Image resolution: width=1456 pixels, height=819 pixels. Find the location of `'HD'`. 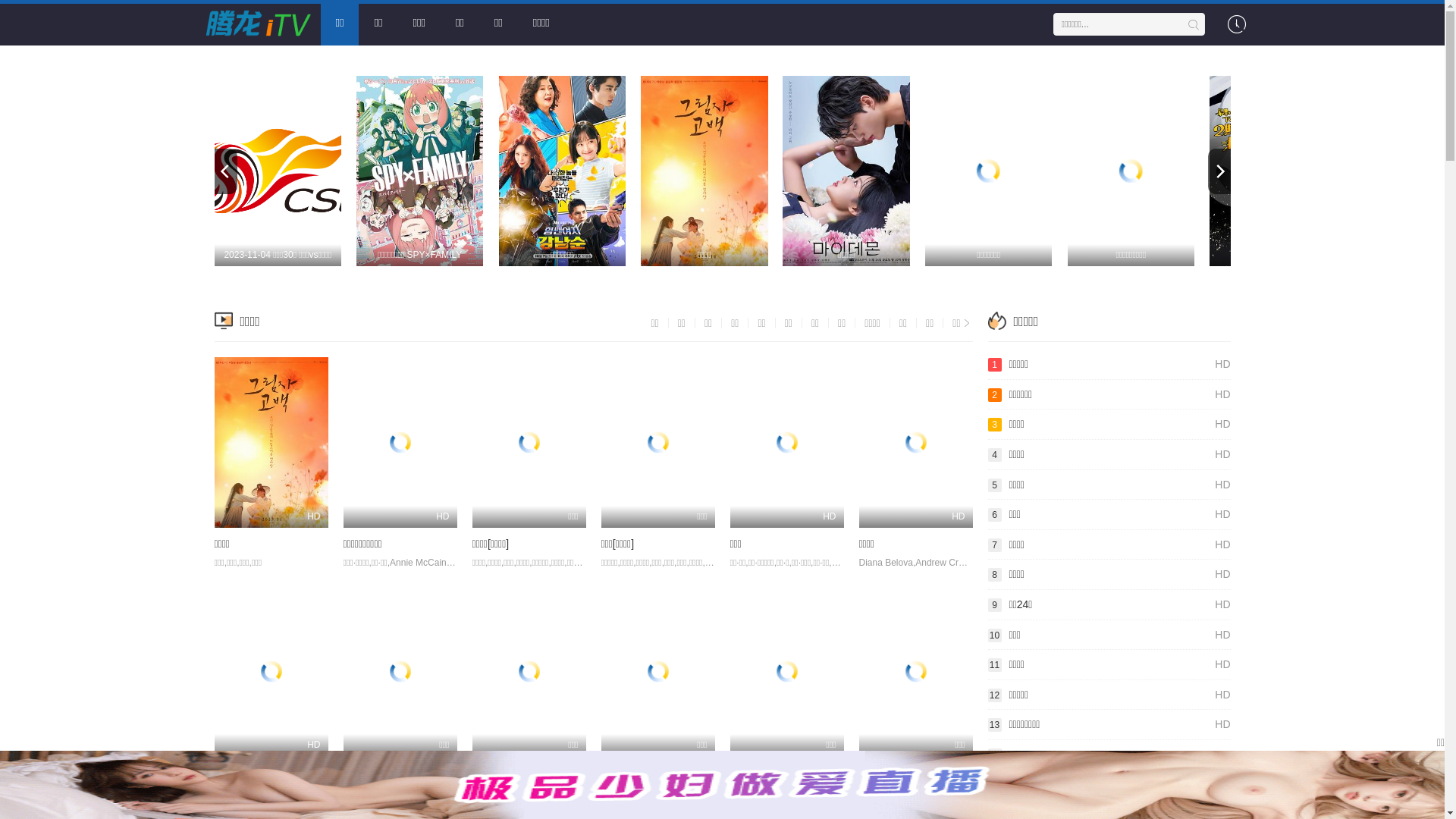

'HD' is located at coordinates (270, 442).